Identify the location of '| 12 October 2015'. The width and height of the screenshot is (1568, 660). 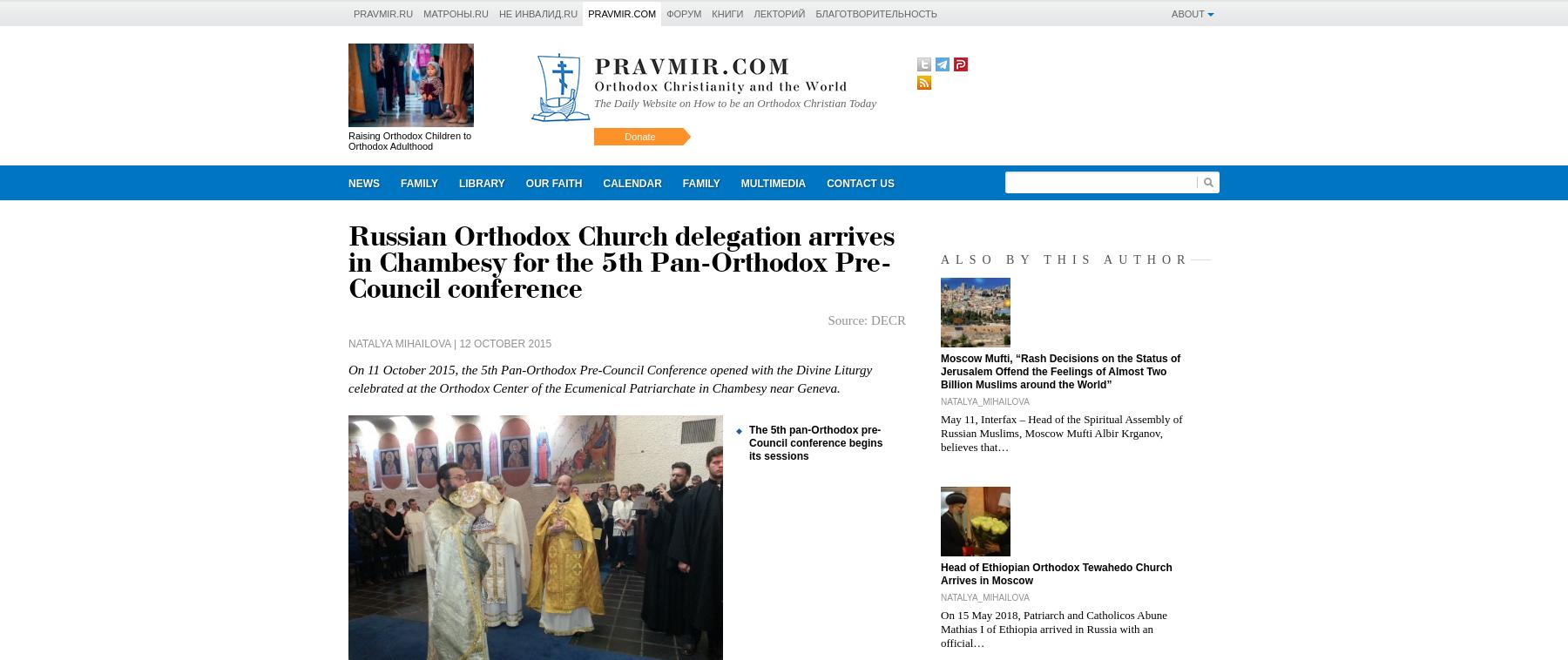
(500, 342).